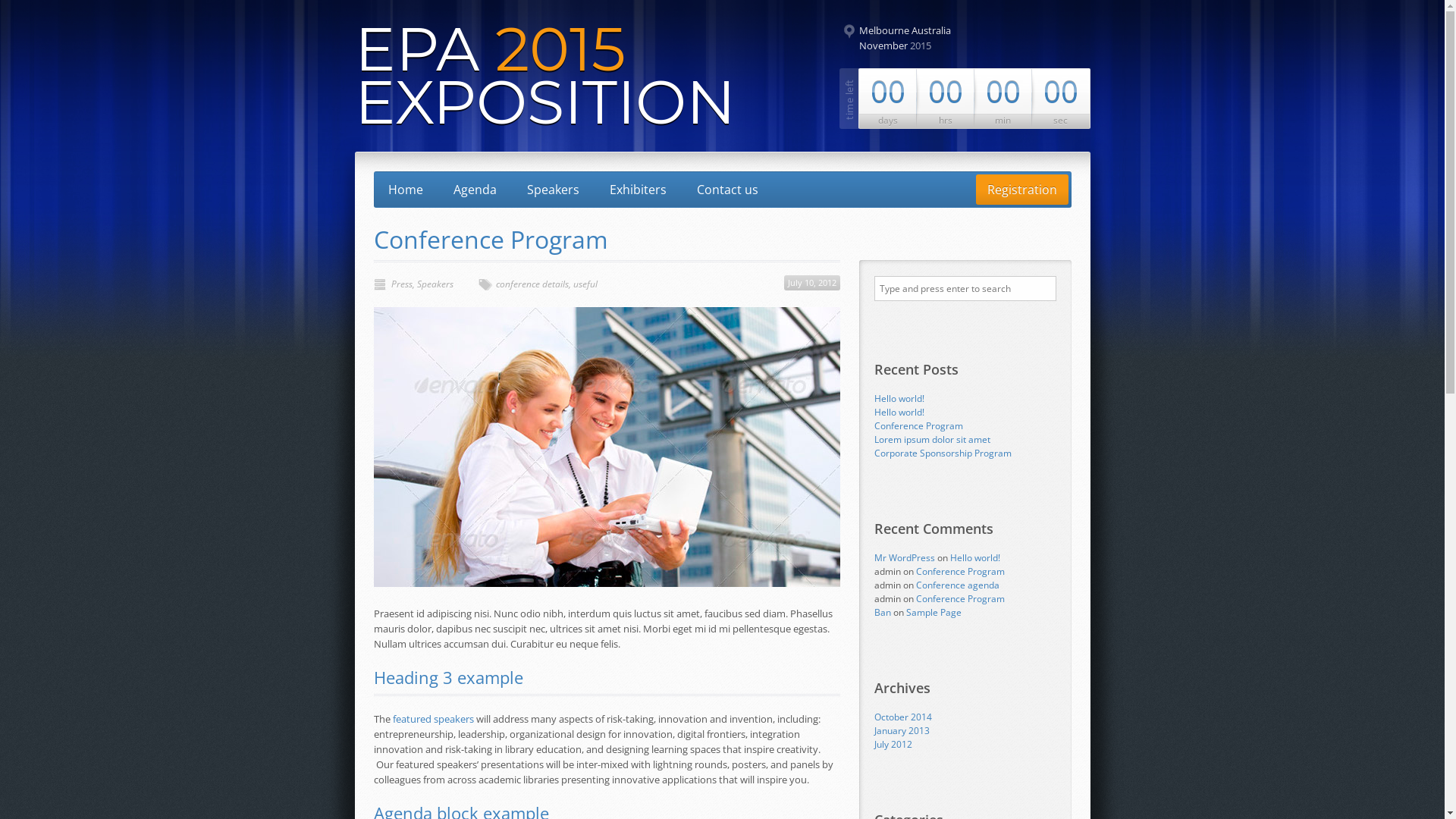  Describe the element at coordinates (903, 557) in the screenshot. I see `'Mr WordPress'` at that location.